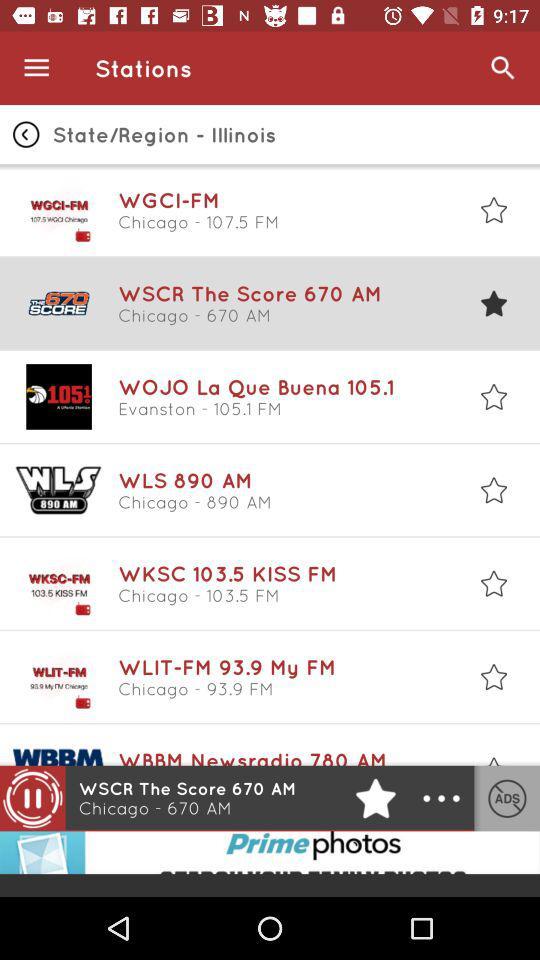  Describe the element at coordinates (31, 798) in the screenshot. I see `the pause icon` at that location.